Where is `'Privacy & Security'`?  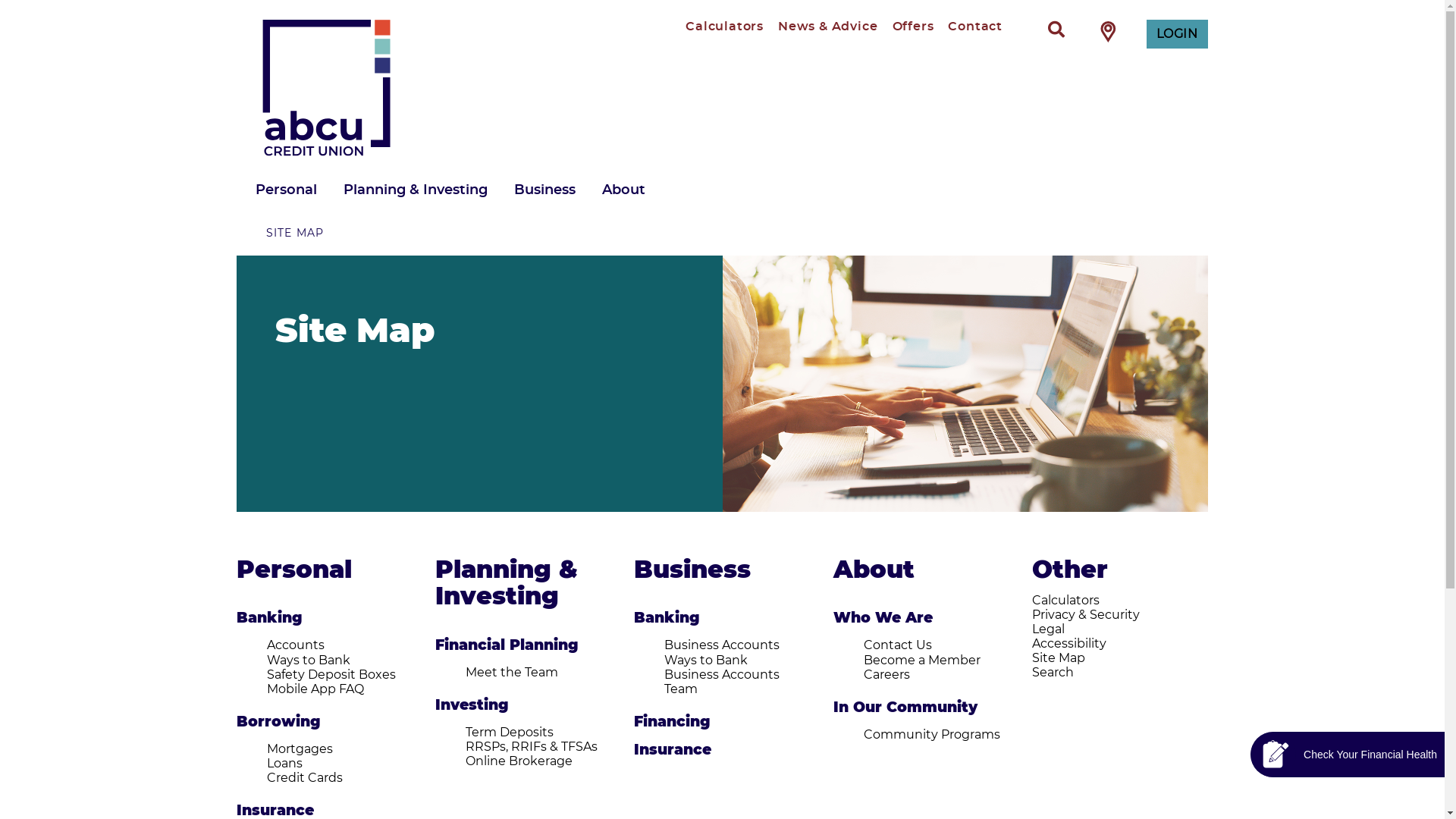 'Privacy & Security' is located at coordinates (1084, 614).